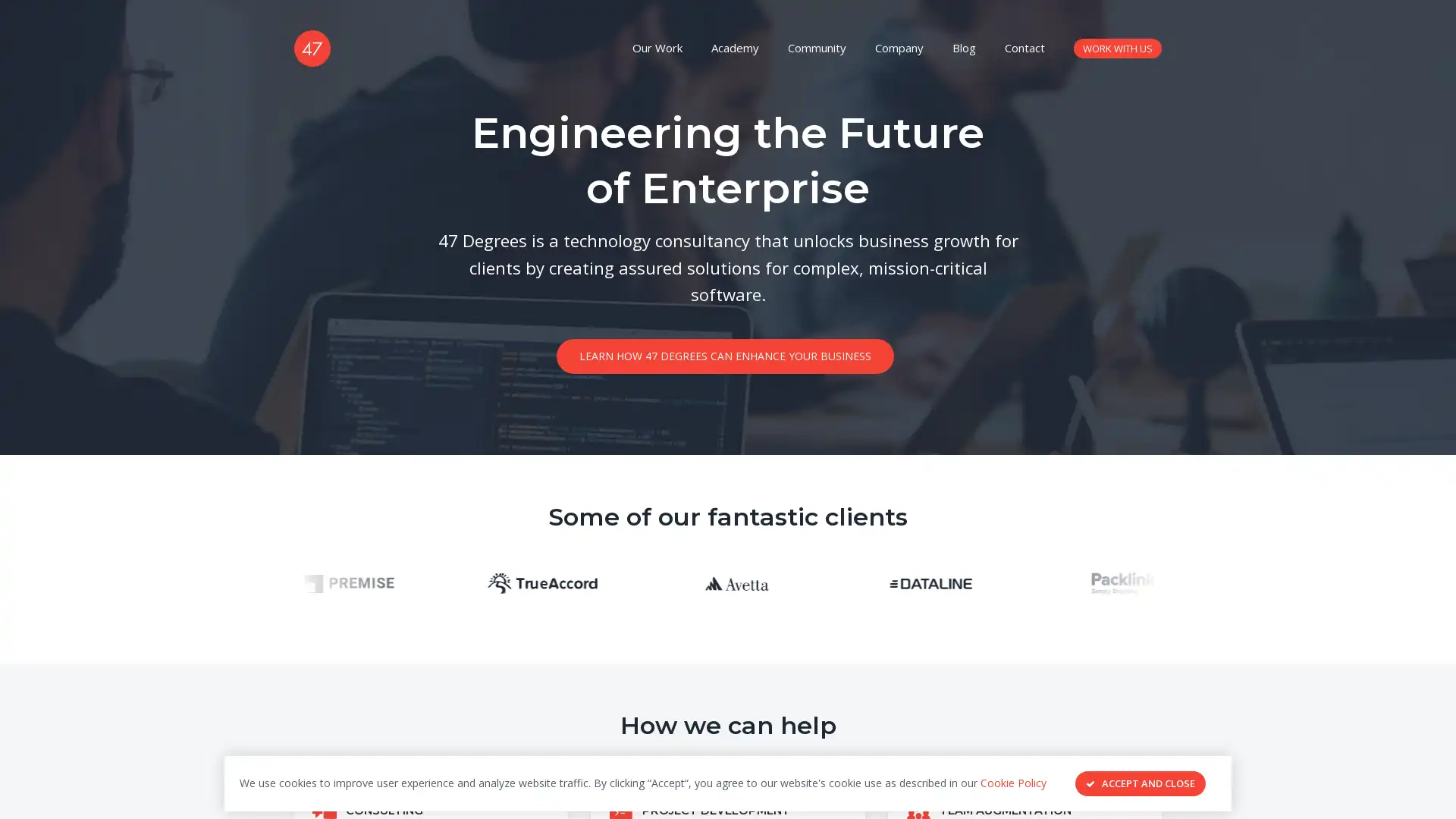 This screenshot has width=1456, height=819. I want to click on ACCEPT AND CLOSE, so click(1140, 783).